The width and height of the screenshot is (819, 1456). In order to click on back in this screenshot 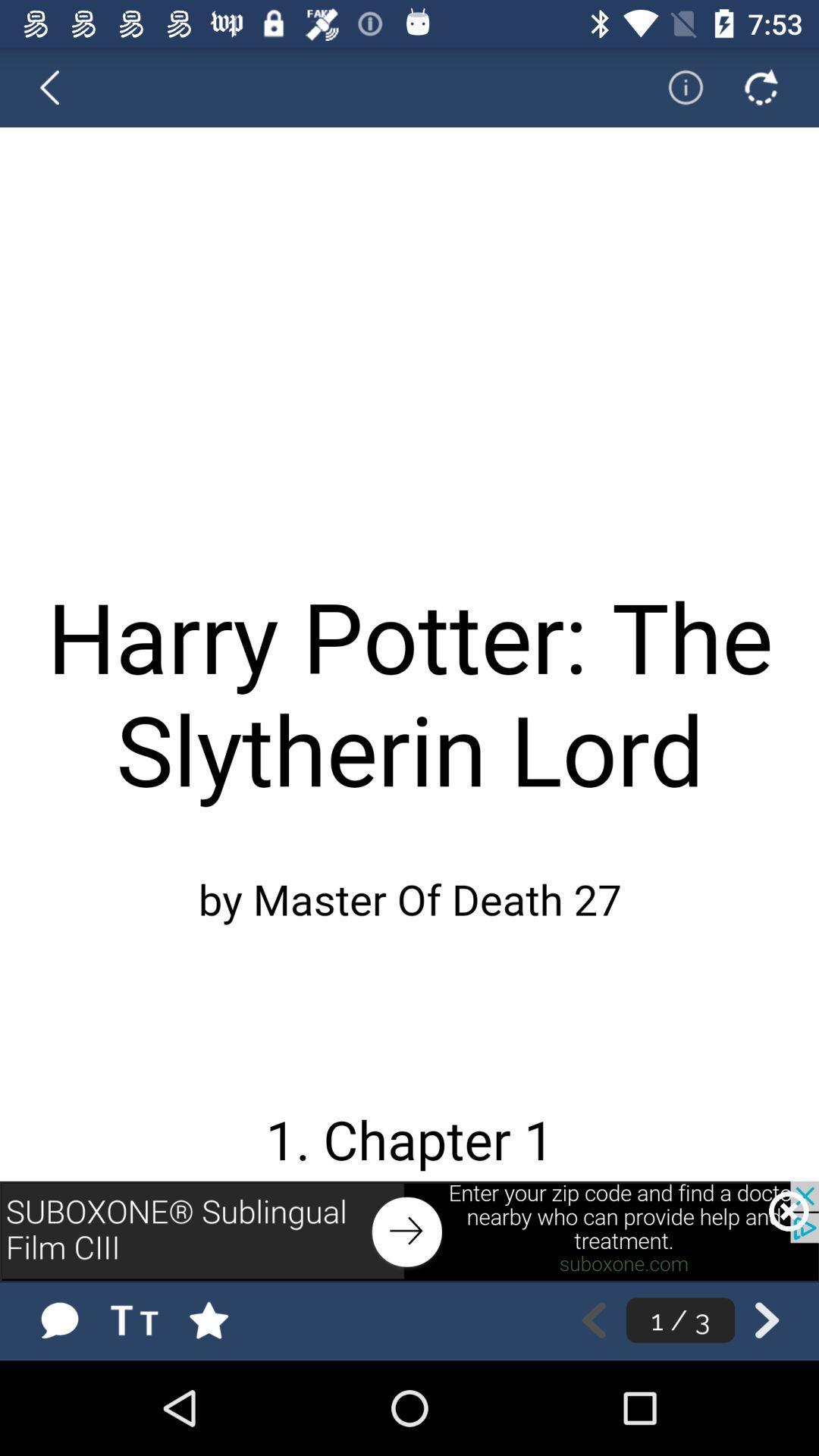, I will do `click(58, 86)`.